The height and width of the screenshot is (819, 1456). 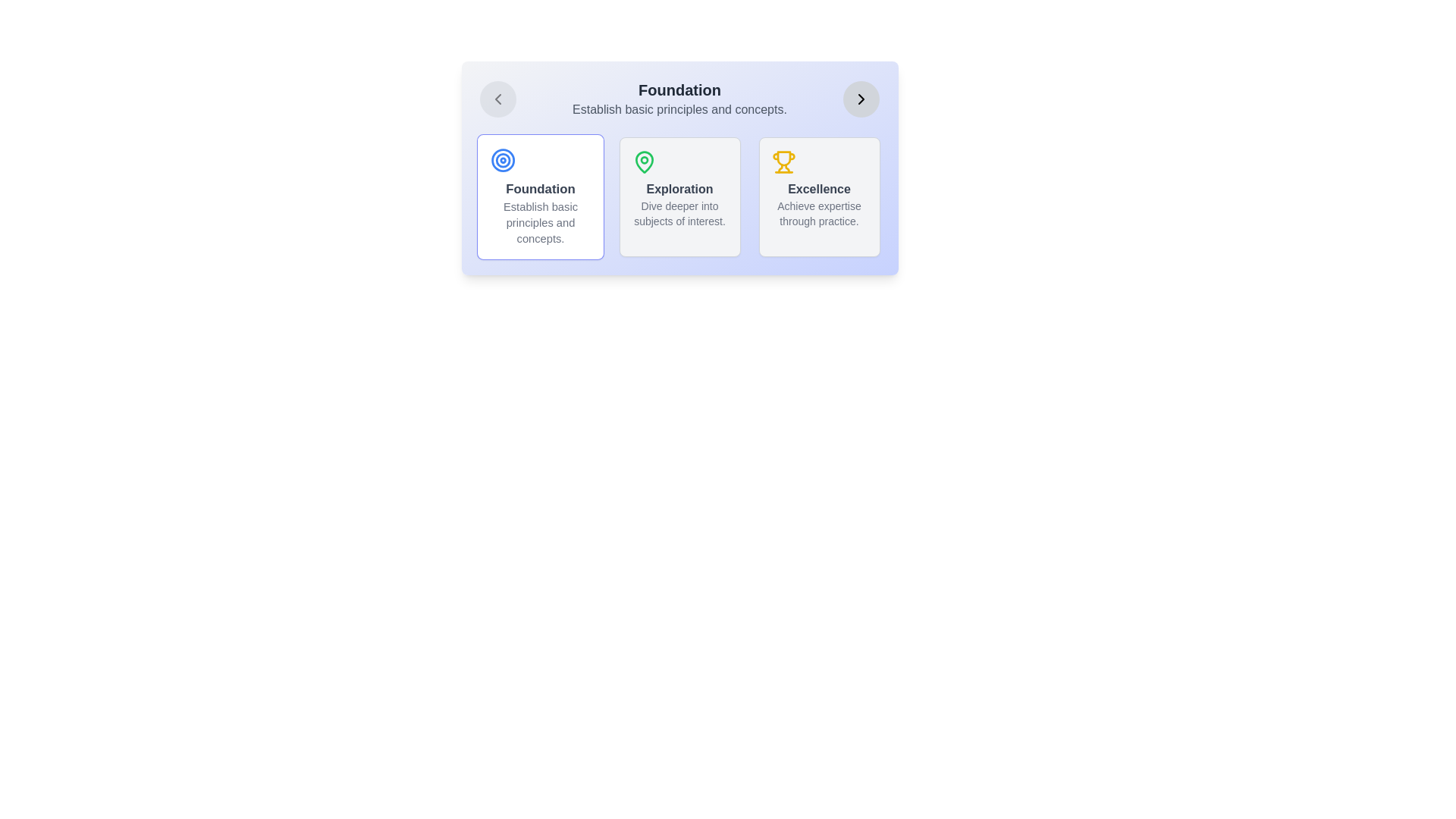 What do you see at coordinates (540, 222) in the screenshot?
I see `the descriptive text element that provides context for the 'Foundation' card, located directly below the title 'Foundation' within a bordered box` at bounding box center [540, 222].